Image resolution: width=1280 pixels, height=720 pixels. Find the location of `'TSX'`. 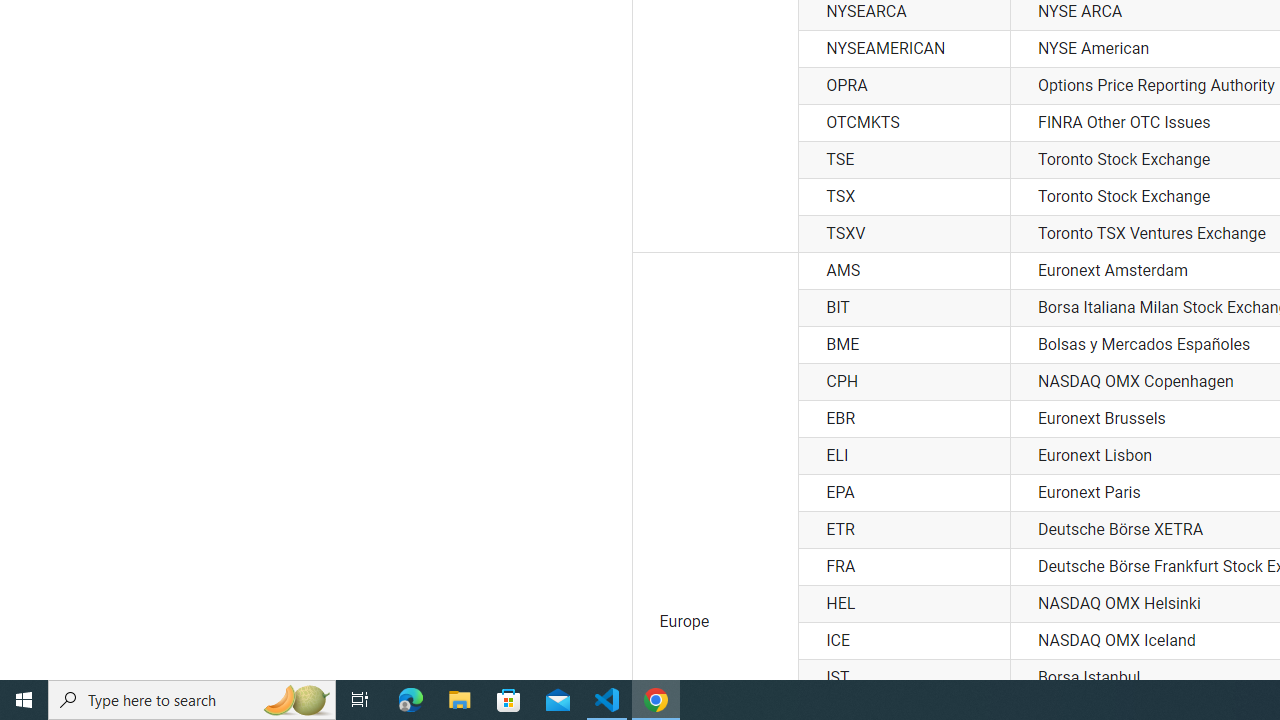

'TSX' is located at coordinates (903, 196).